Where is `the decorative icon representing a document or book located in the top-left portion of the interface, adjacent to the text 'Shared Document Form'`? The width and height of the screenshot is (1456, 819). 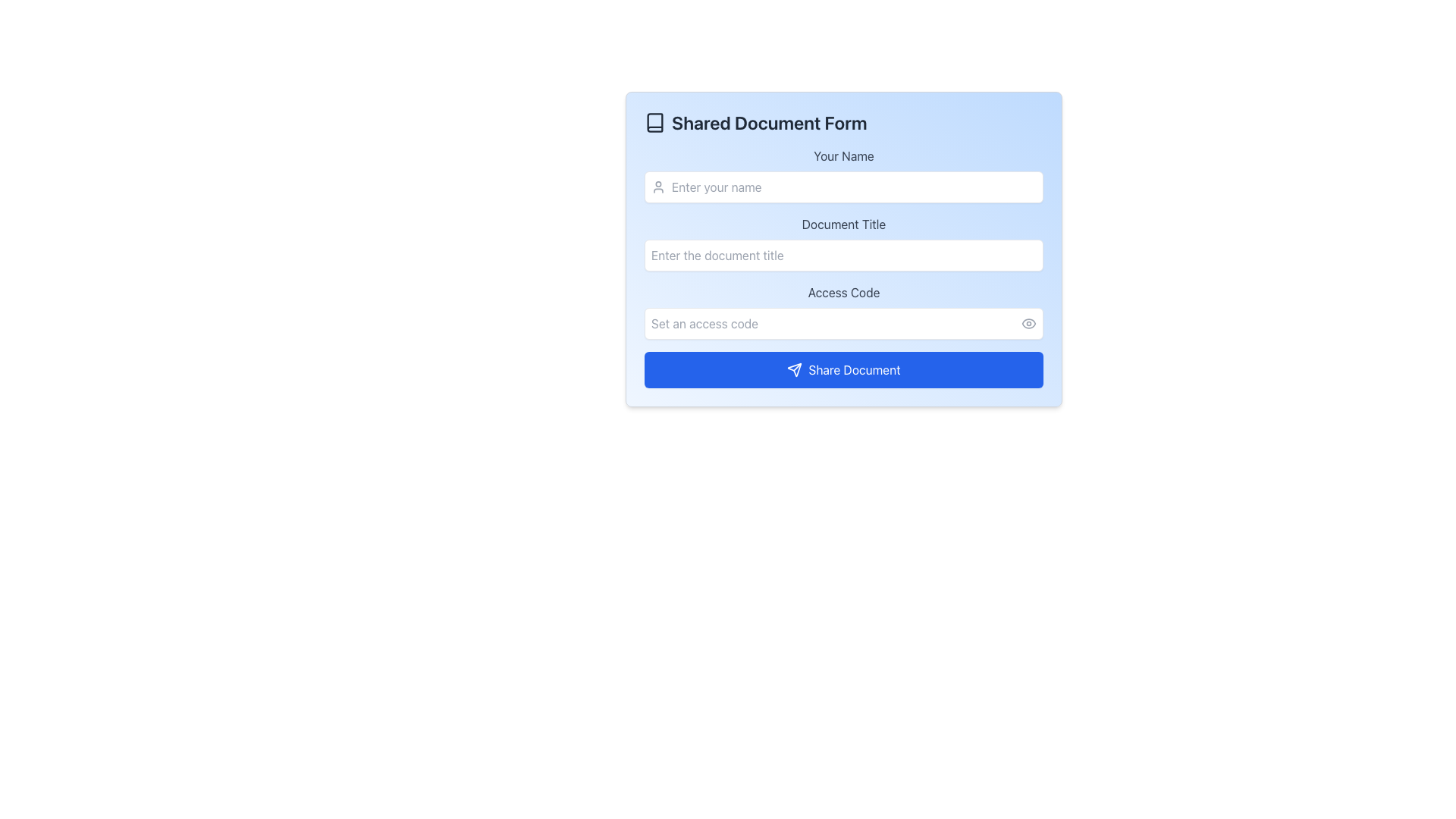
the decorative icon representing a document or book located in the top-left portion of the interface, adjacent to the text 'Shared Document Form' is located at coordinates (655, 122).